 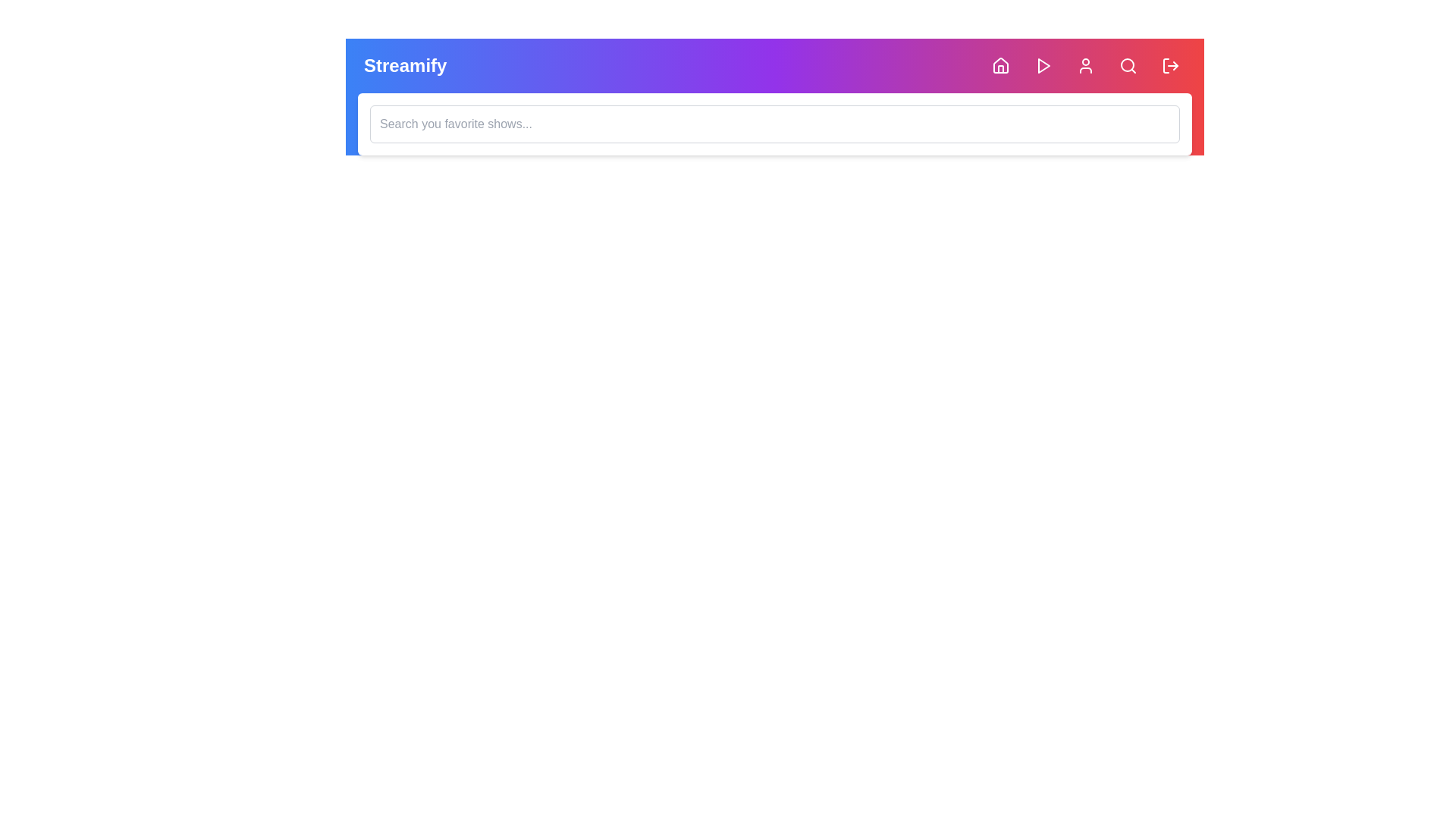 I want to click on the Home button in the navigation bar, so click(x=1001, y=65).